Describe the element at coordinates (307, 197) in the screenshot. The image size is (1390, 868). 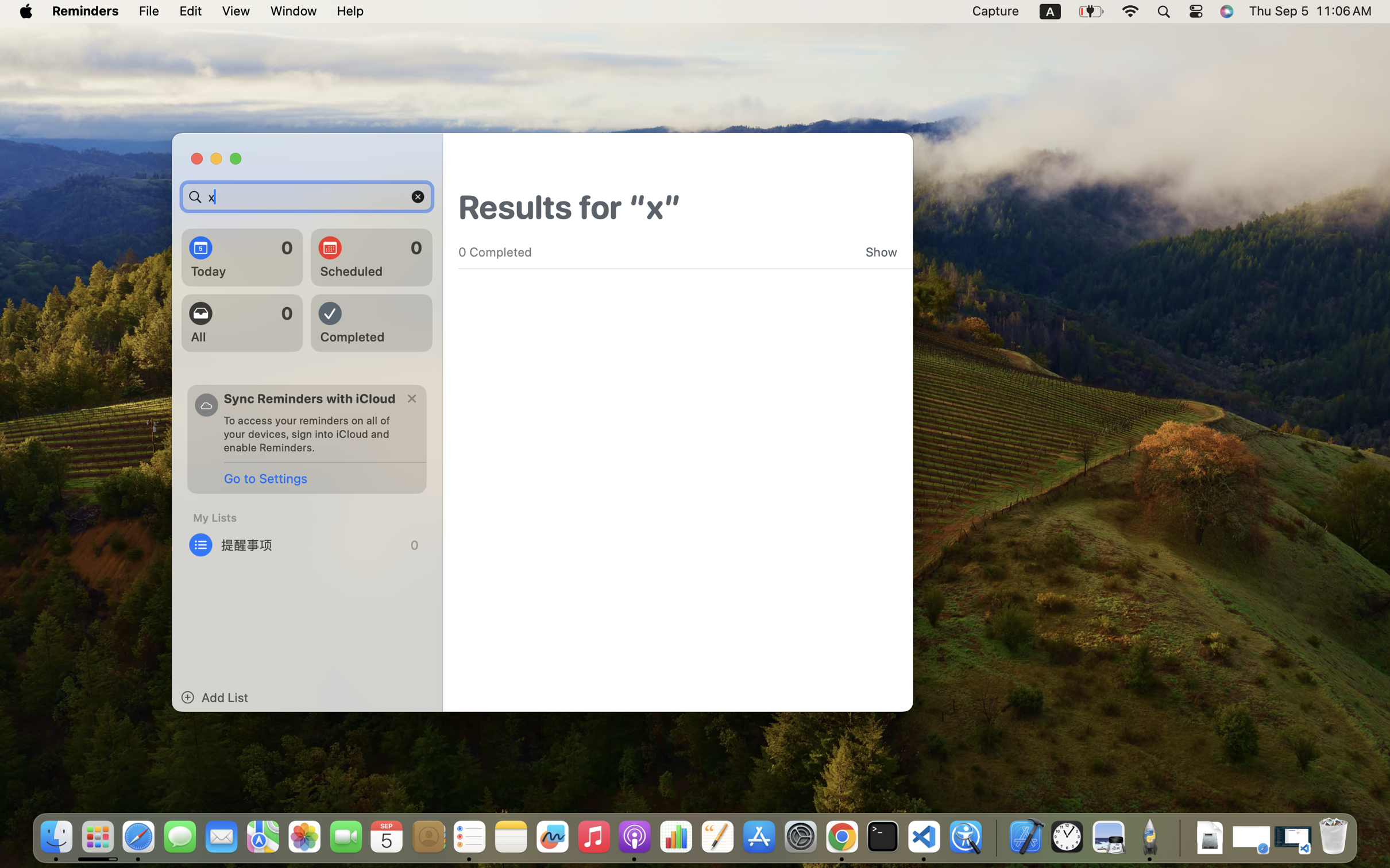
I see `'x'` at that location.